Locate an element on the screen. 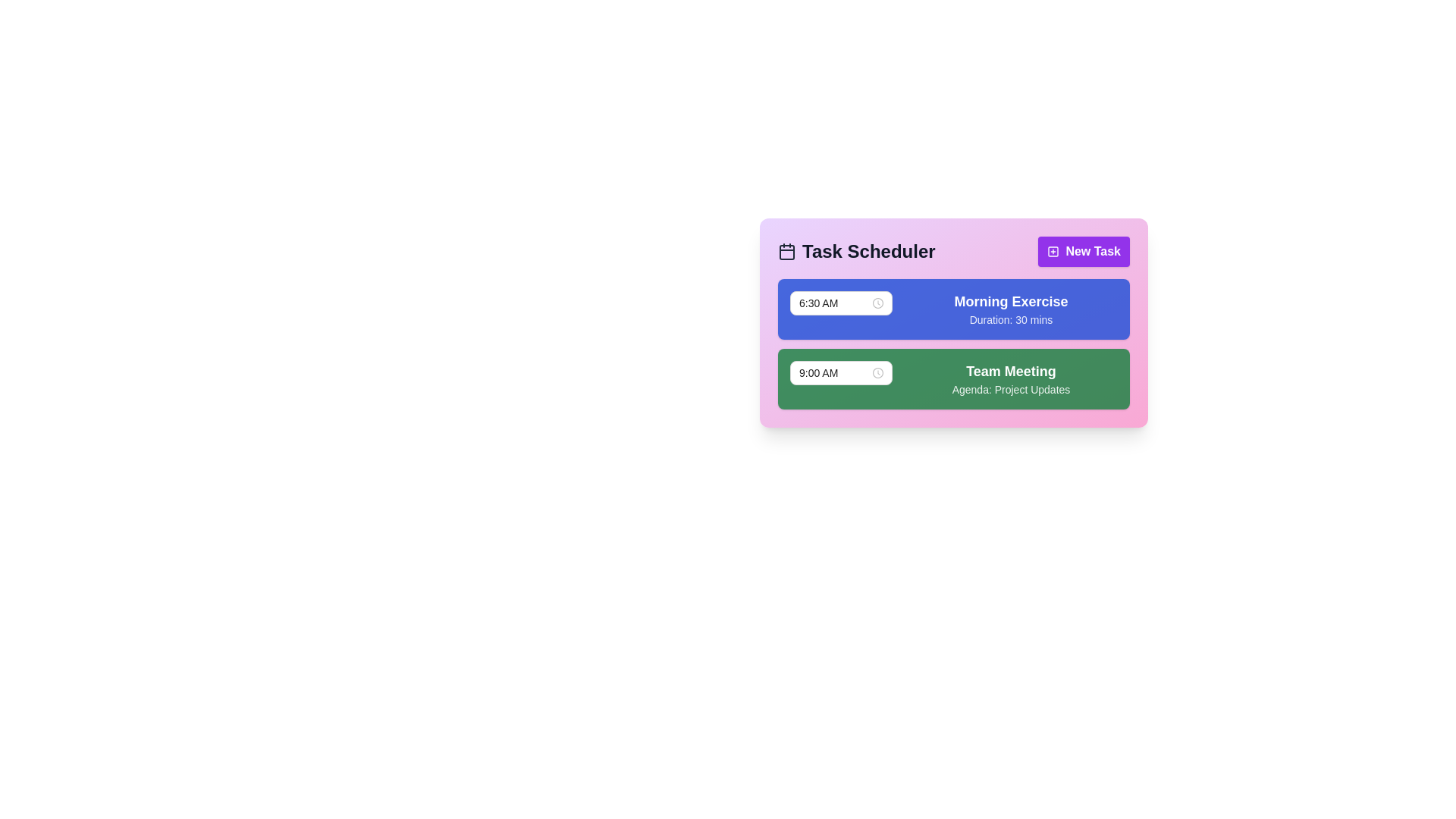 The height and width of the screenshot is (819, 1456). the small clock icon located at the right end of the time selection input field labeled '6:30 AM' within the task card for 'Morning Exercise.' is located at coordinates (877, 303).